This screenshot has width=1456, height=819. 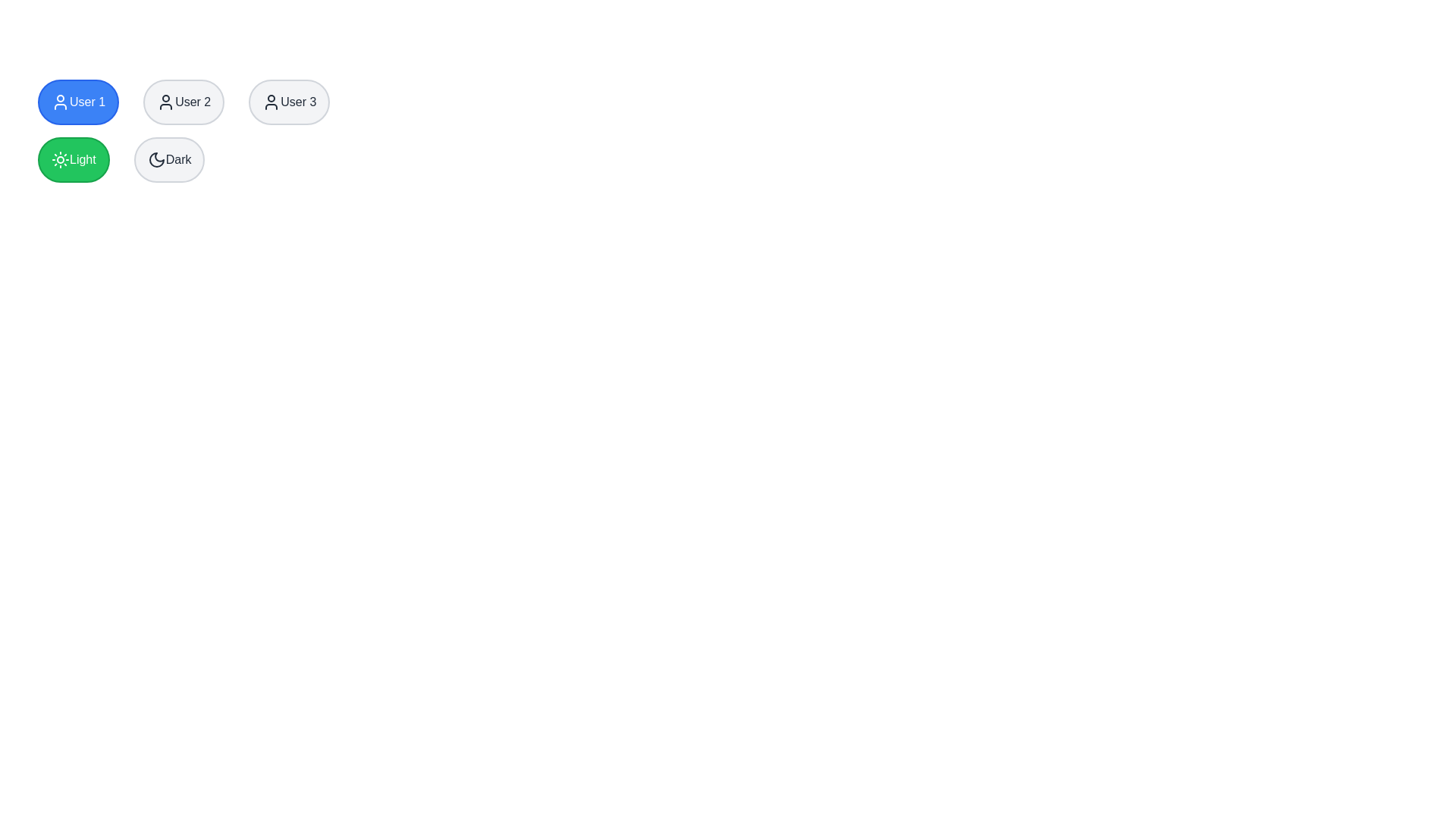 What do you see at coordinates (166, 102) in the screenshot?
I see `the user icon located within the button labeled 'User 2'` at bounding box center [166, 102].